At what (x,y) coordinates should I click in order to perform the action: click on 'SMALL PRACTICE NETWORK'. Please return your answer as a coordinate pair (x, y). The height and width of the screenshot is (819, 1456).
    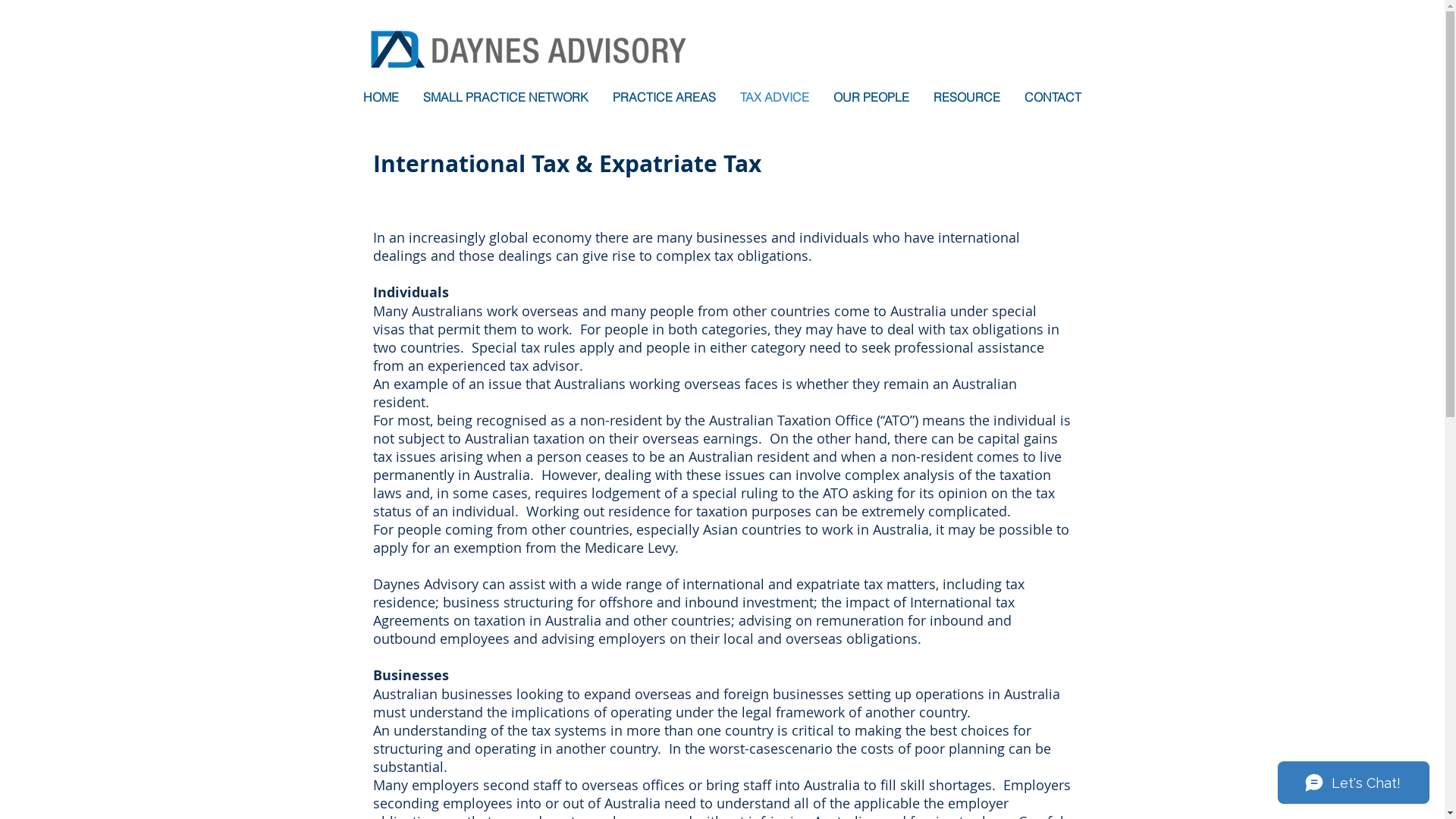
    Looking at the image, I should click on (506, 96).